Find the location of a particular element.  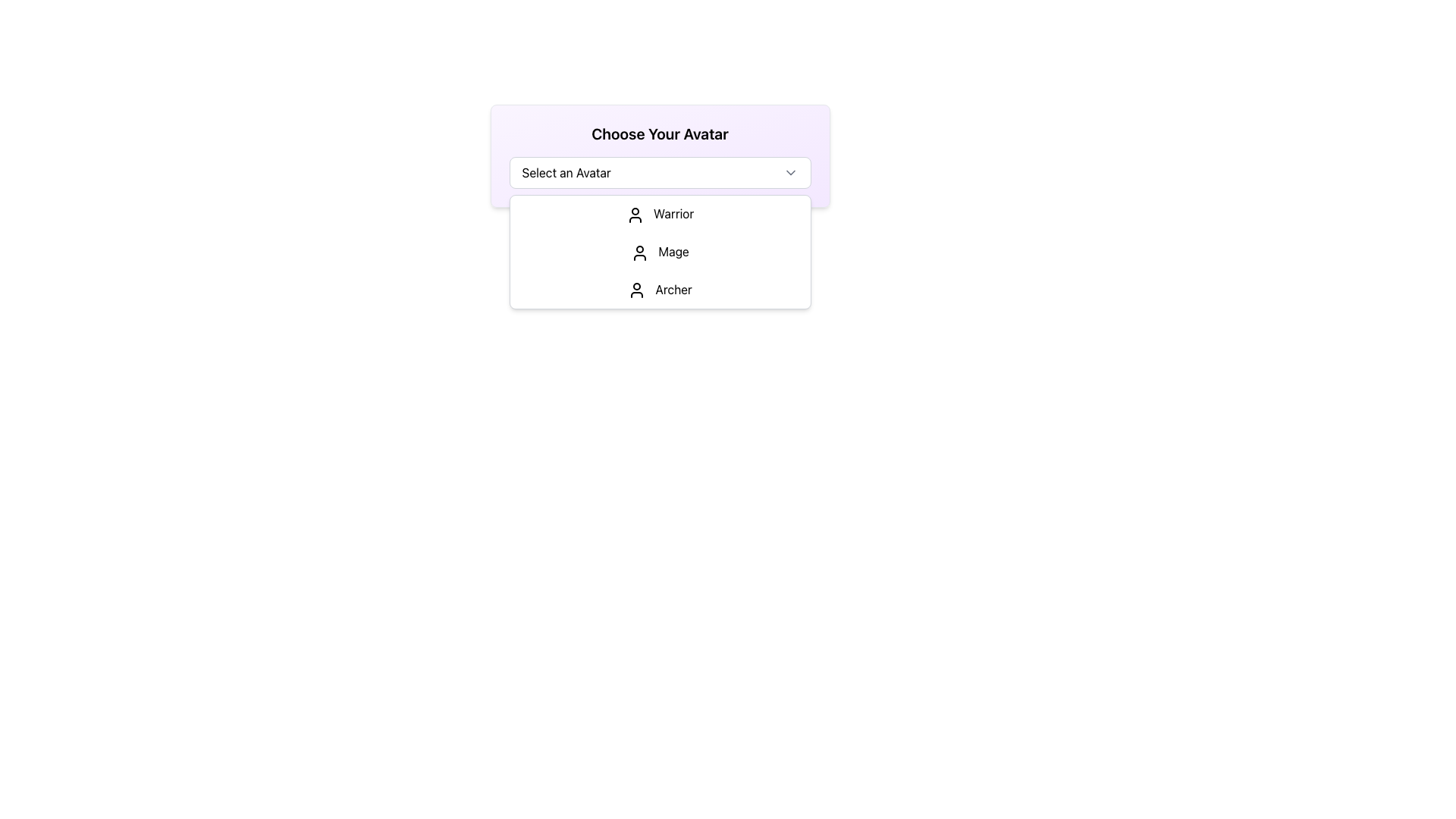

the first option in the 'Choose Your Avatar' dropdown menu, which is labeled 'Warrior' is located at coordinates (660, 214).